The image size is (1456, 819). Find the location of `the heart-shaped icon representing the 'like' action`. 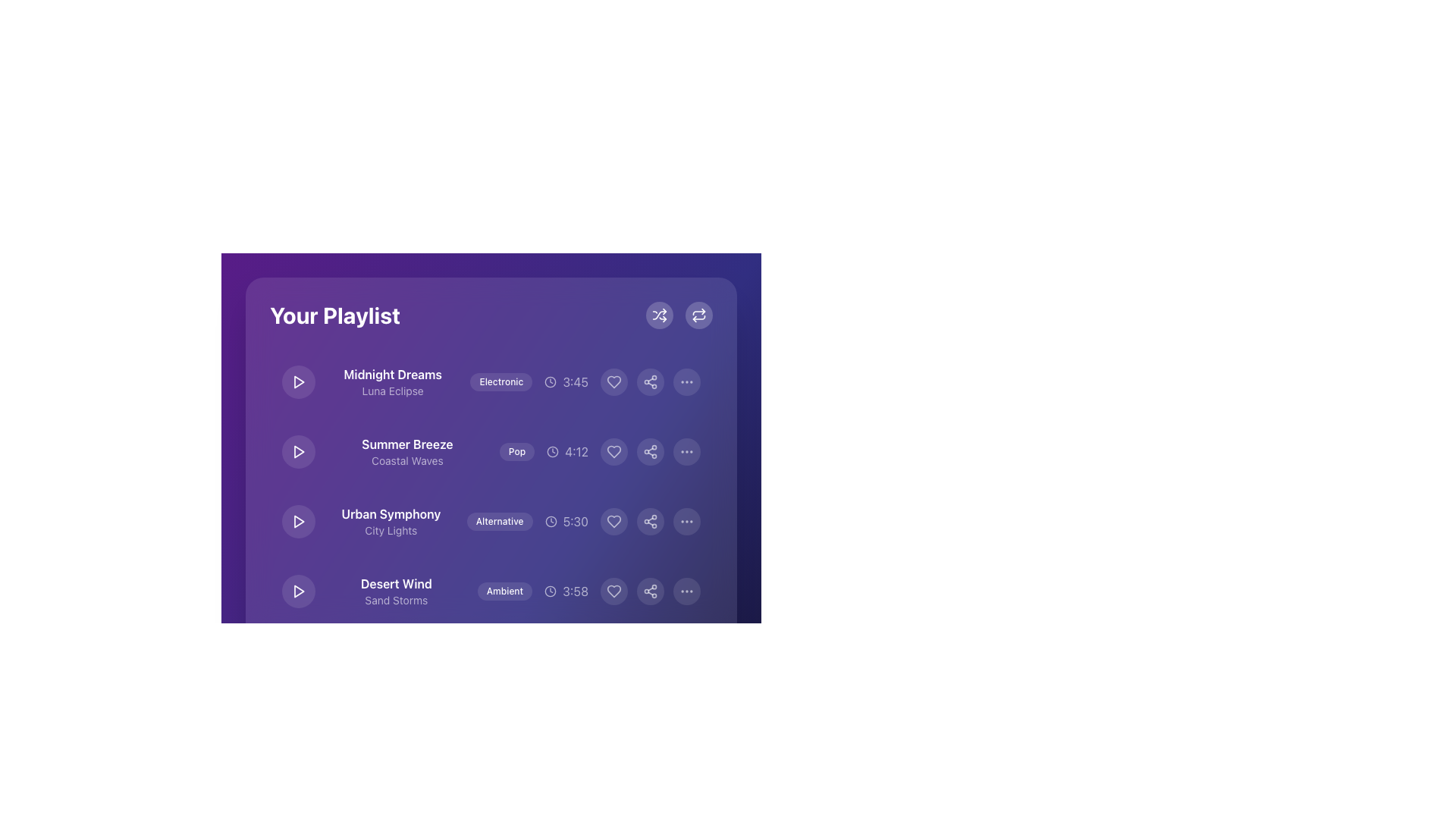

the heart-shaped icon representing the 'like' action is located at coordinates (614, 520).